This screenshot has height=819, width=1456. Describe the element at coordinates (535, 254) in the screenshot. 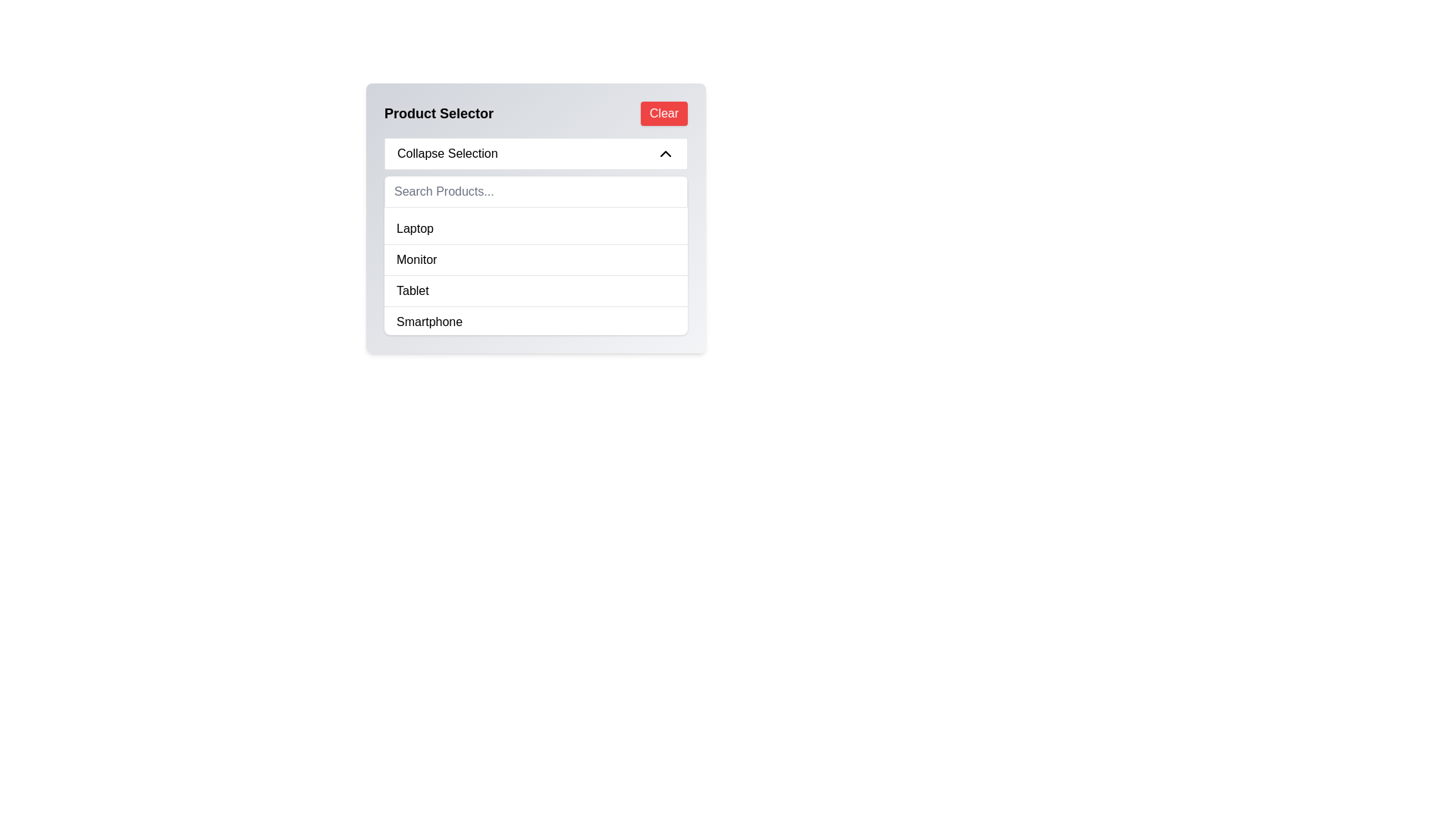

I see `the second item labeled 'Monitor' in the dropdown list` at that location.